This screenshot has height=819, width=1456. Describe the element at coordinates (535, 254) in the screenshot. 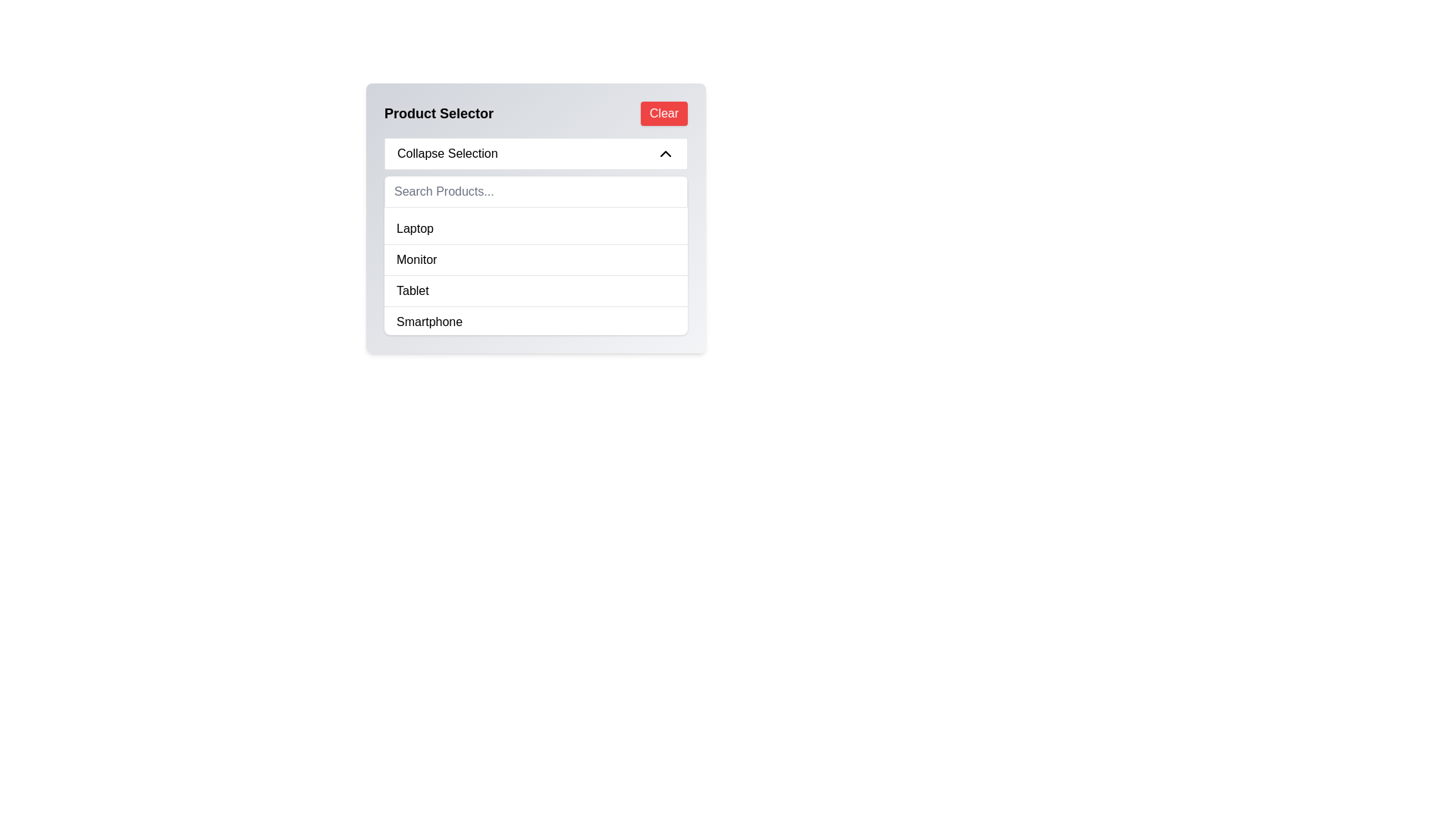

I see `the second item labeled 'Monitor' in the dropdown list` at that location.